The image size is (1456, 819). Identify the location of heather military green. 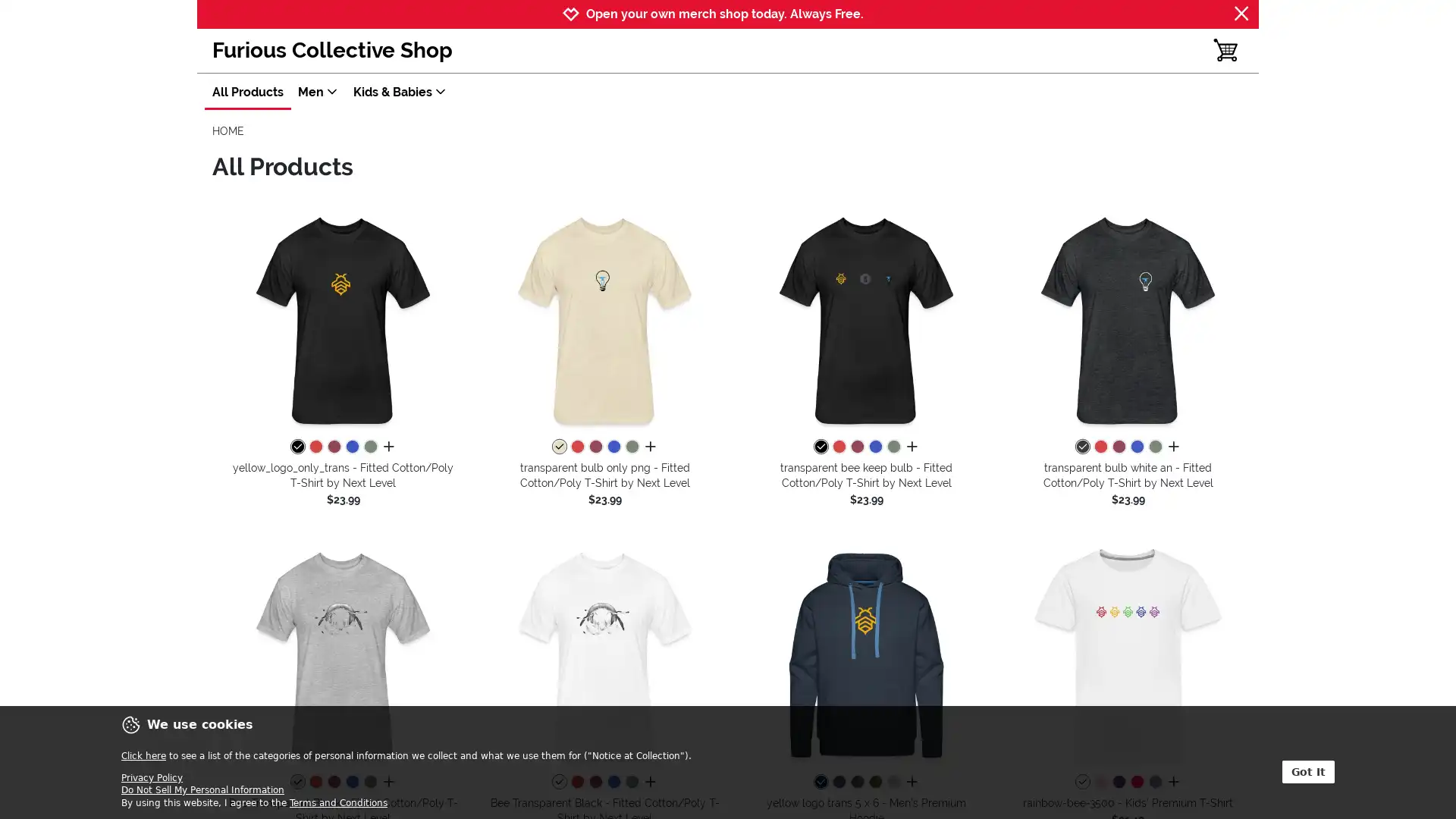
(370, 447).